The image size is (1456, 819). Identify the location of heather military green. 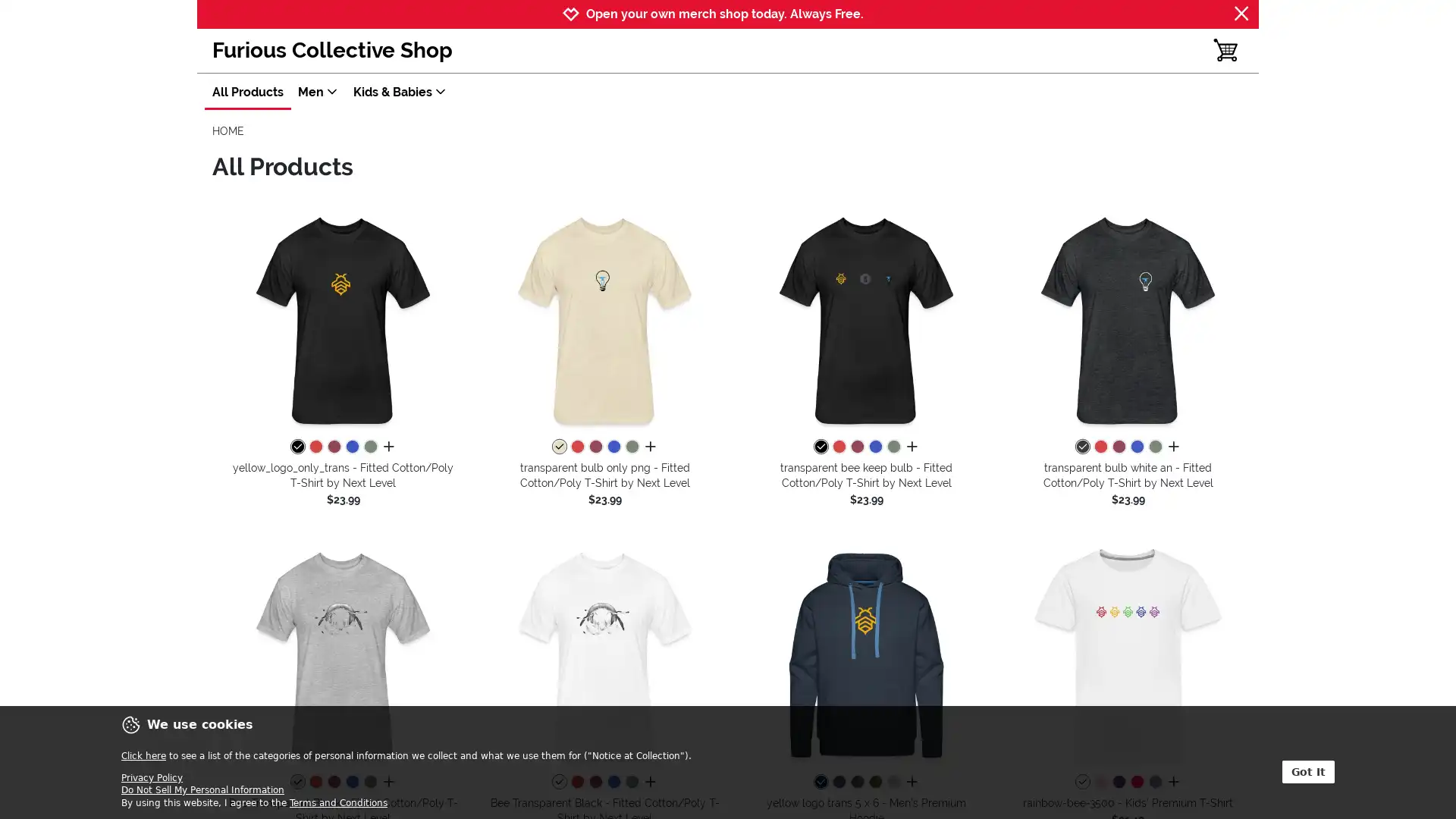
(370, 447).